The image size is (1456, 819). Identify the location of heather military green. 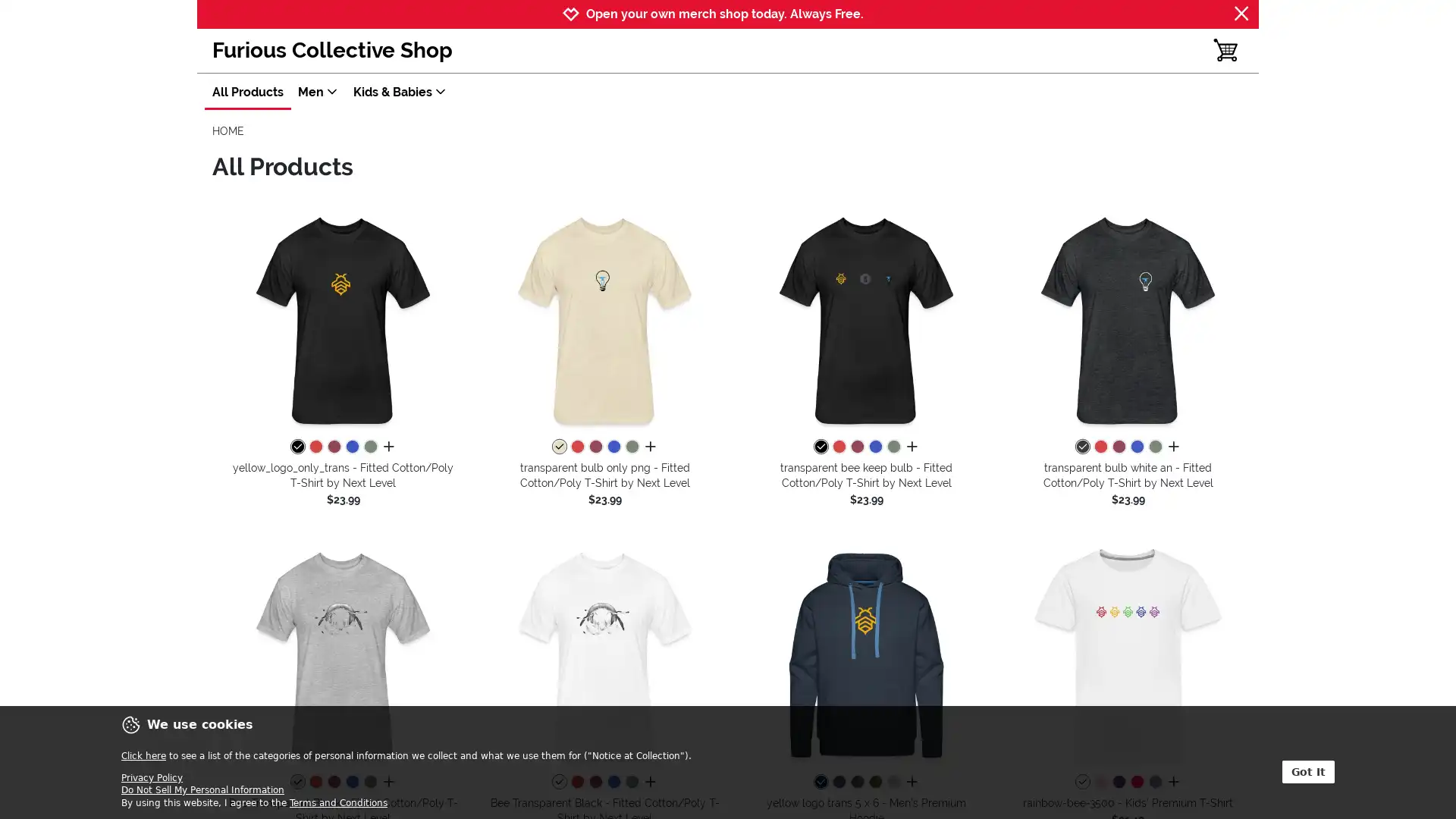
(370, 447).